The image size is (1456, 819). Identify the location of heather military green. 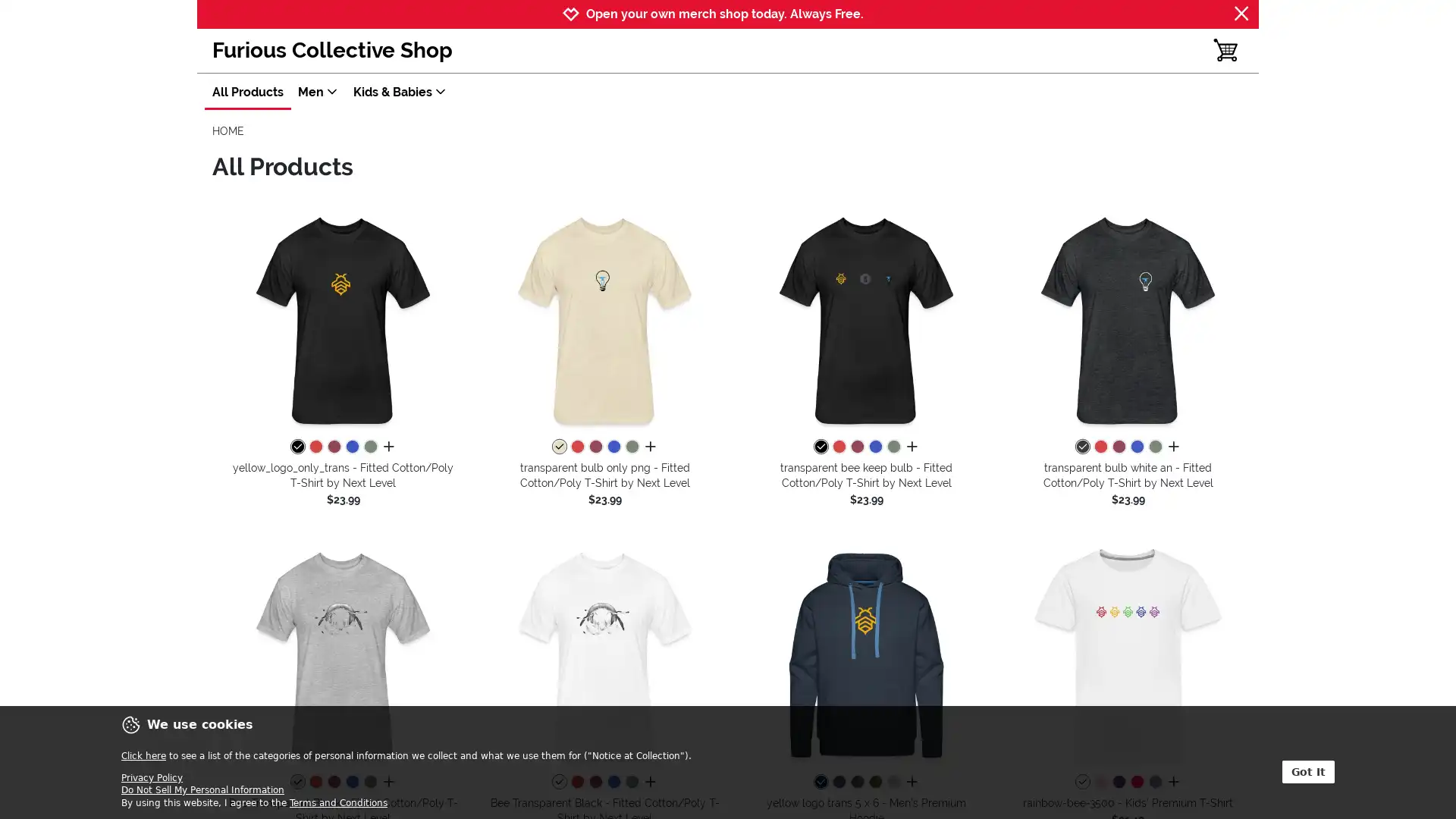
(370, 447).